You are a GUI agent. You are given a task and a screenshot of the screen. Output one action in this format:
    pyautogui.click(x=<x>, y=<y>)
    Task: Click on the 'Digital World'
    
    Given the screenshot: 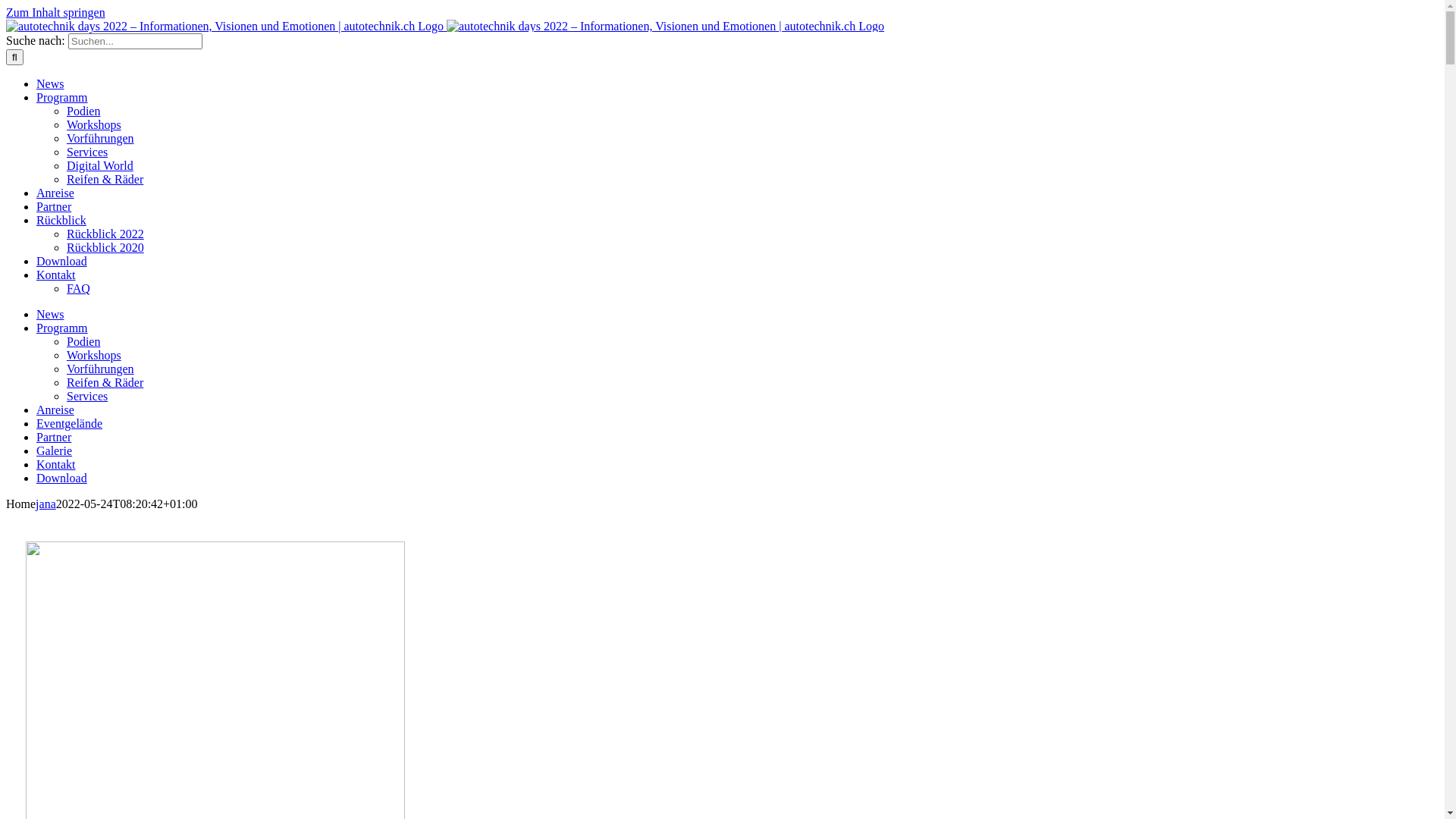 What is the action you would take?
    pyautogui.click(x=99, y=165)
    